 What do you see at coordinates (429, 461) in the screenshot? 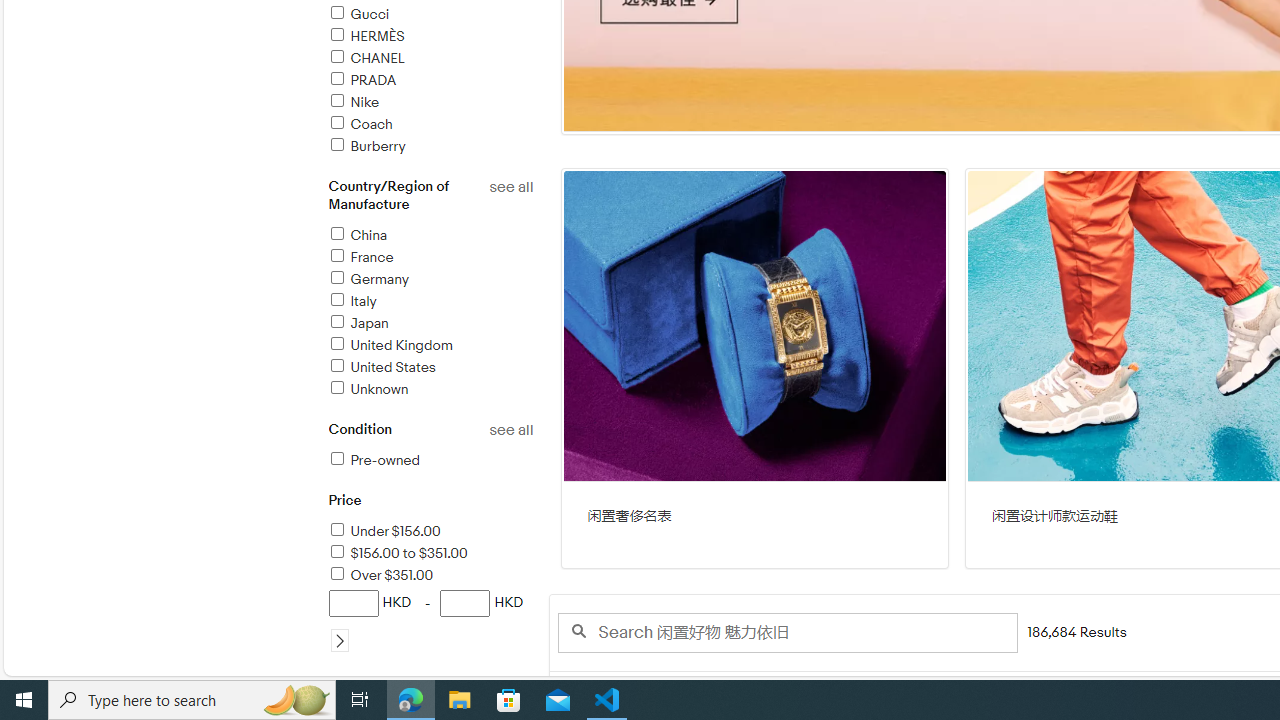
I see `'Pre-owned'` at bounding box center [429, 461].